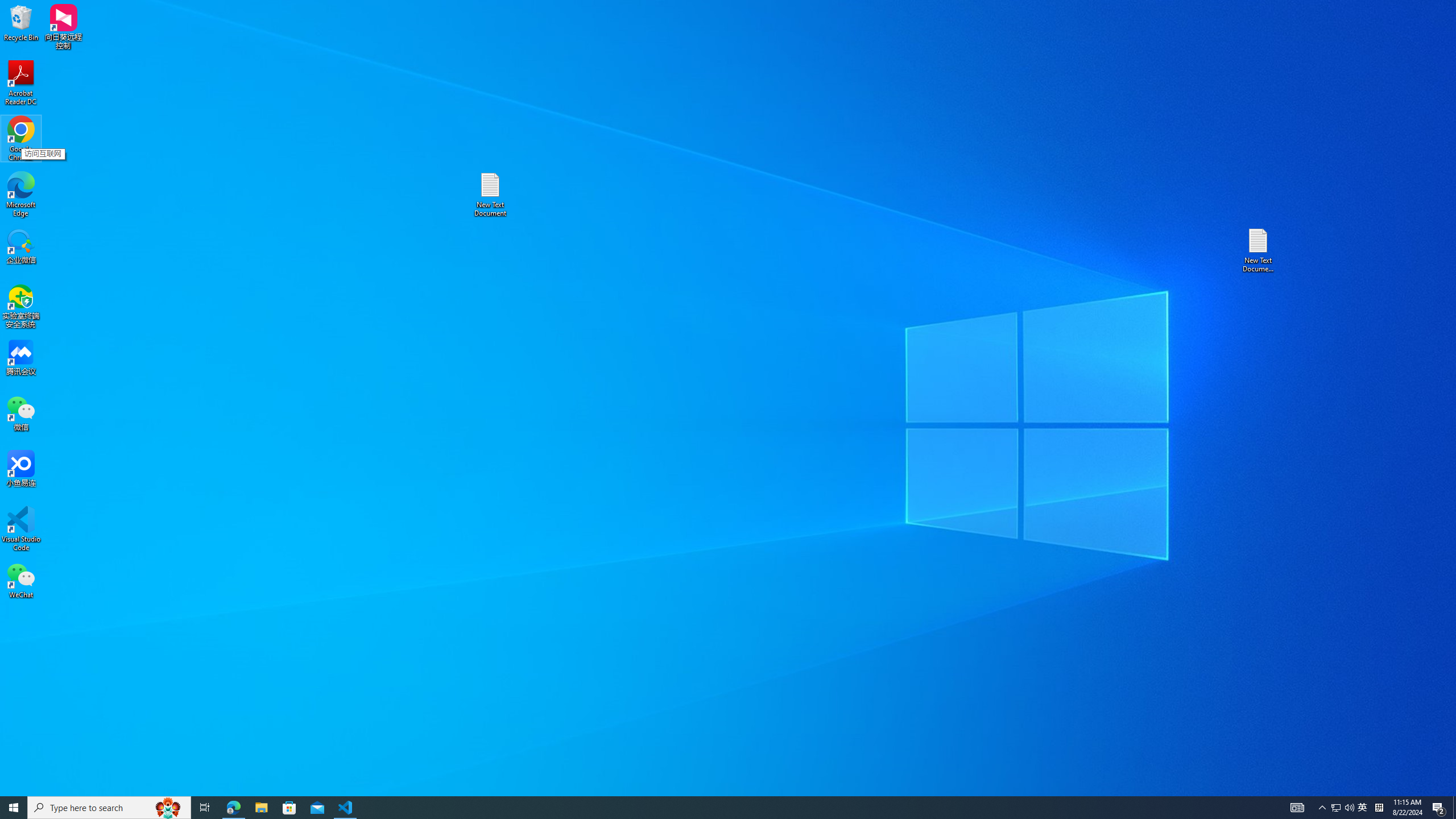  What do you see at coordinates (489, 194) in the screenshot?
I see `'New Text Document'` at bounding box center [489, 194].